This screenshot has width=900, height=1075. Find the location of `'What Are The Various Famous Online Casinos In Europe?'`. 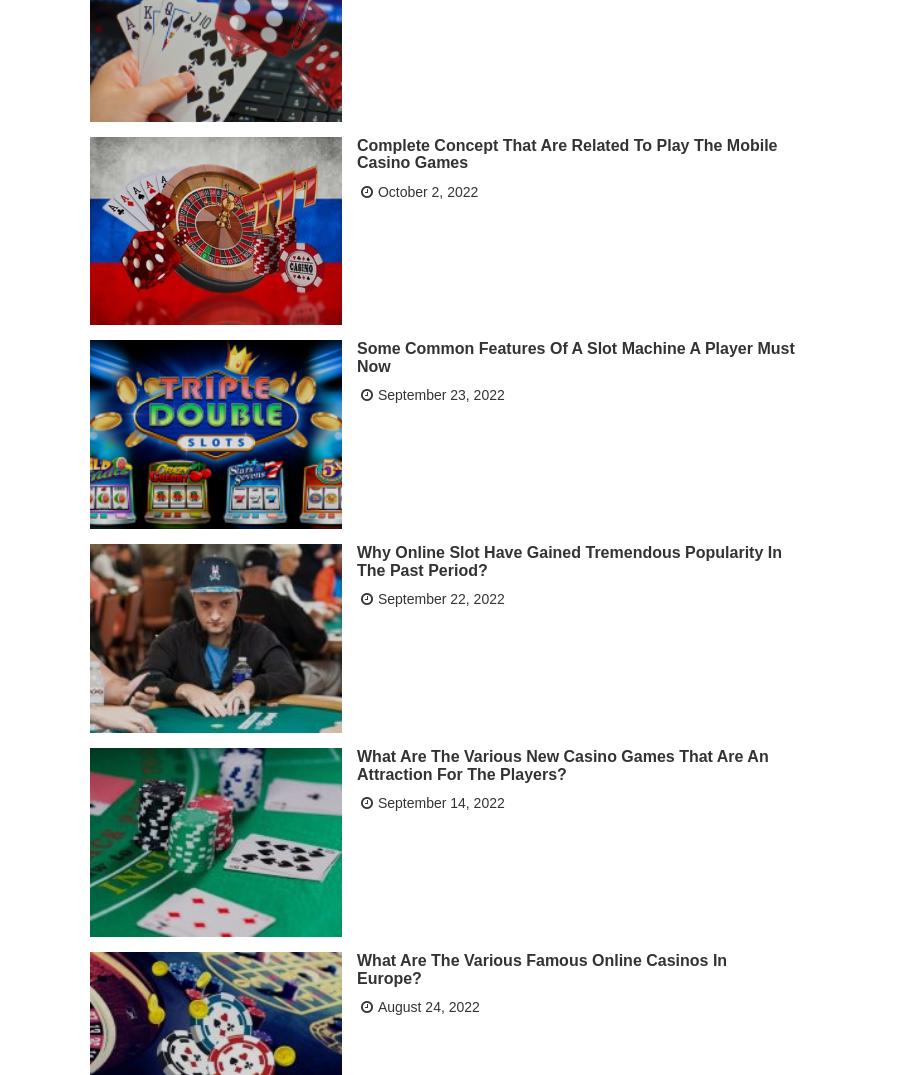

'What Are The Various Famous Online Casinos In Europe?' is located at coordinates (540, 968).